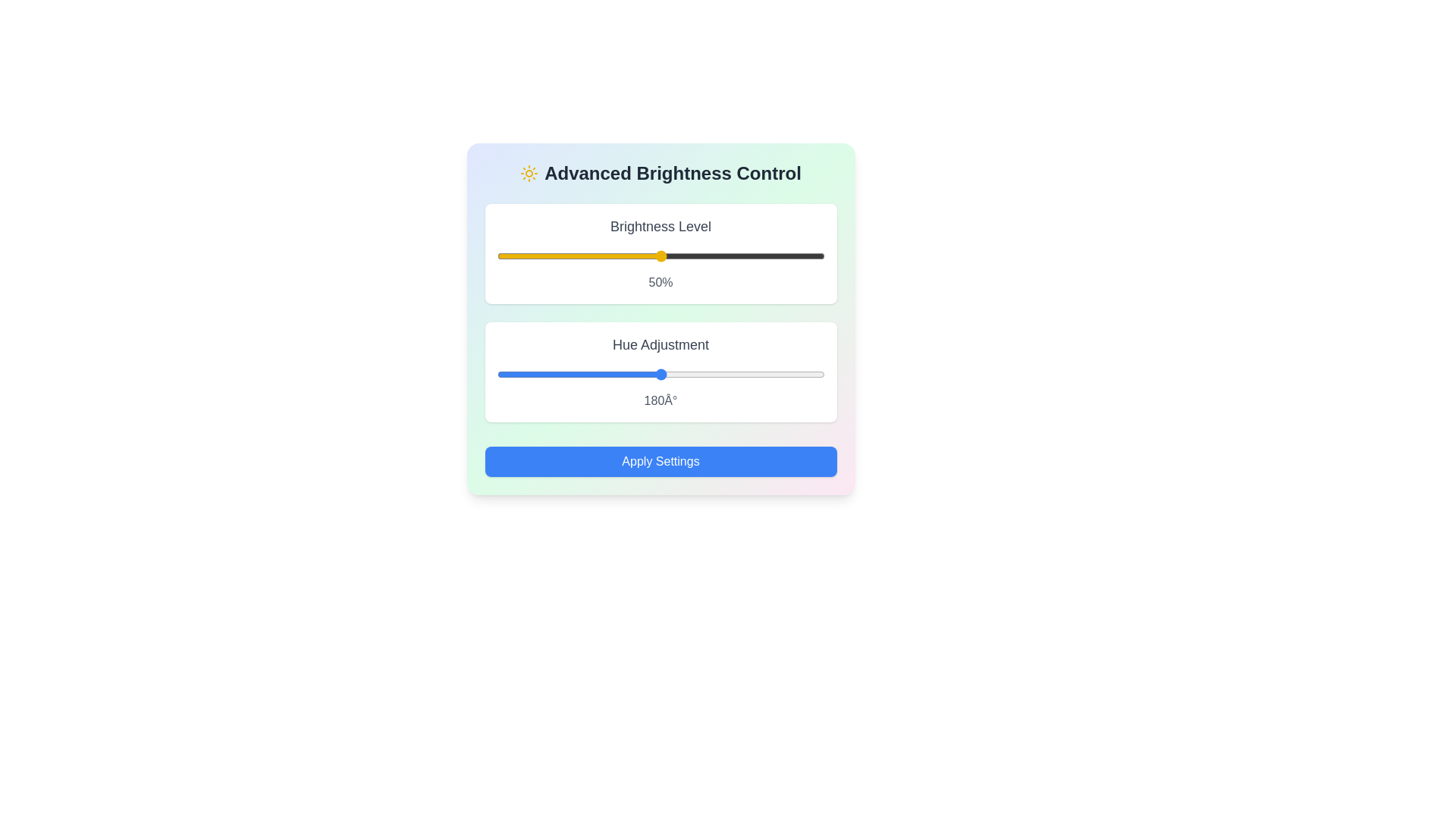 The image size is (1456, 819). What do you see at coordinates (661, 461) in the screenshot?
I see `the 'Apply Settings' button` at bounding box center [661, 461].